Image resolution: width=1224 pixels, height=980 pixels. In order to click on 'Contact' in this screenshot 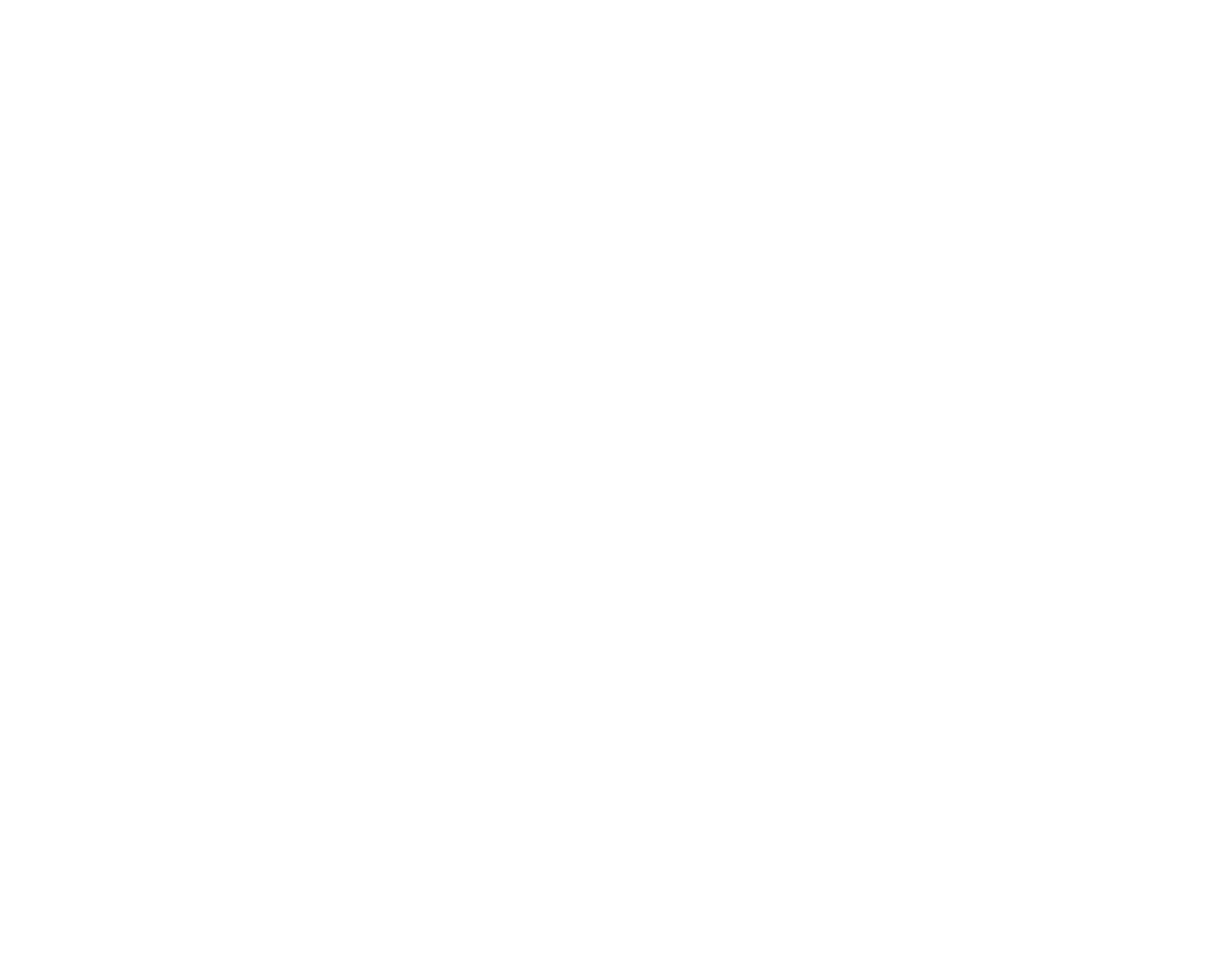, I will do `click(8, 441)`.